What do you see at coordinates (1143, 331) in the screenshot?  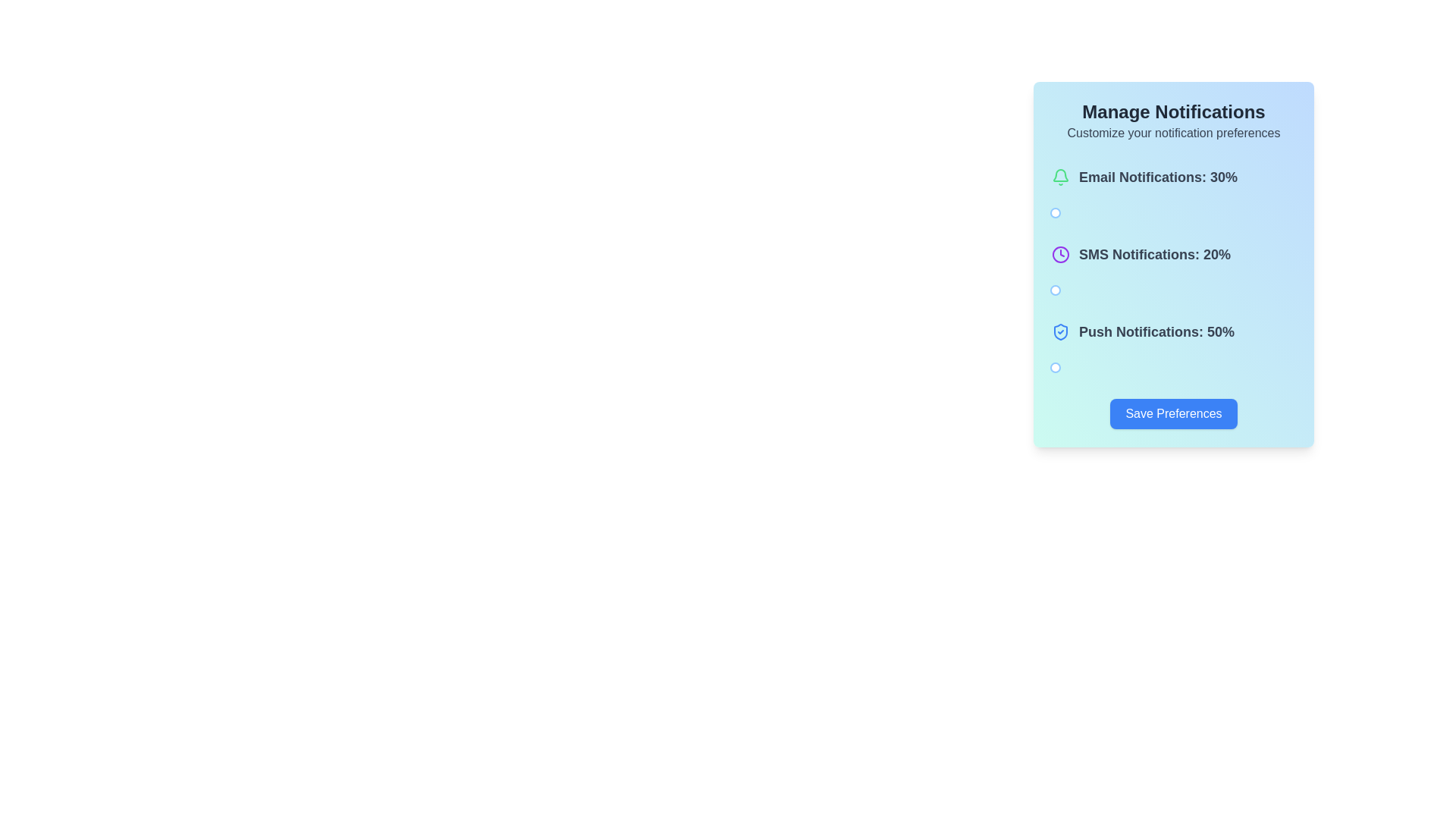 I see `the Text Label with Icon that indicates the current percentage setting for push notifications, located below 'Email Notifications: 30%' and 'SMS Notifications: 20%' in the 'Manage Notifications' section` at bounding box center [1143, 331].